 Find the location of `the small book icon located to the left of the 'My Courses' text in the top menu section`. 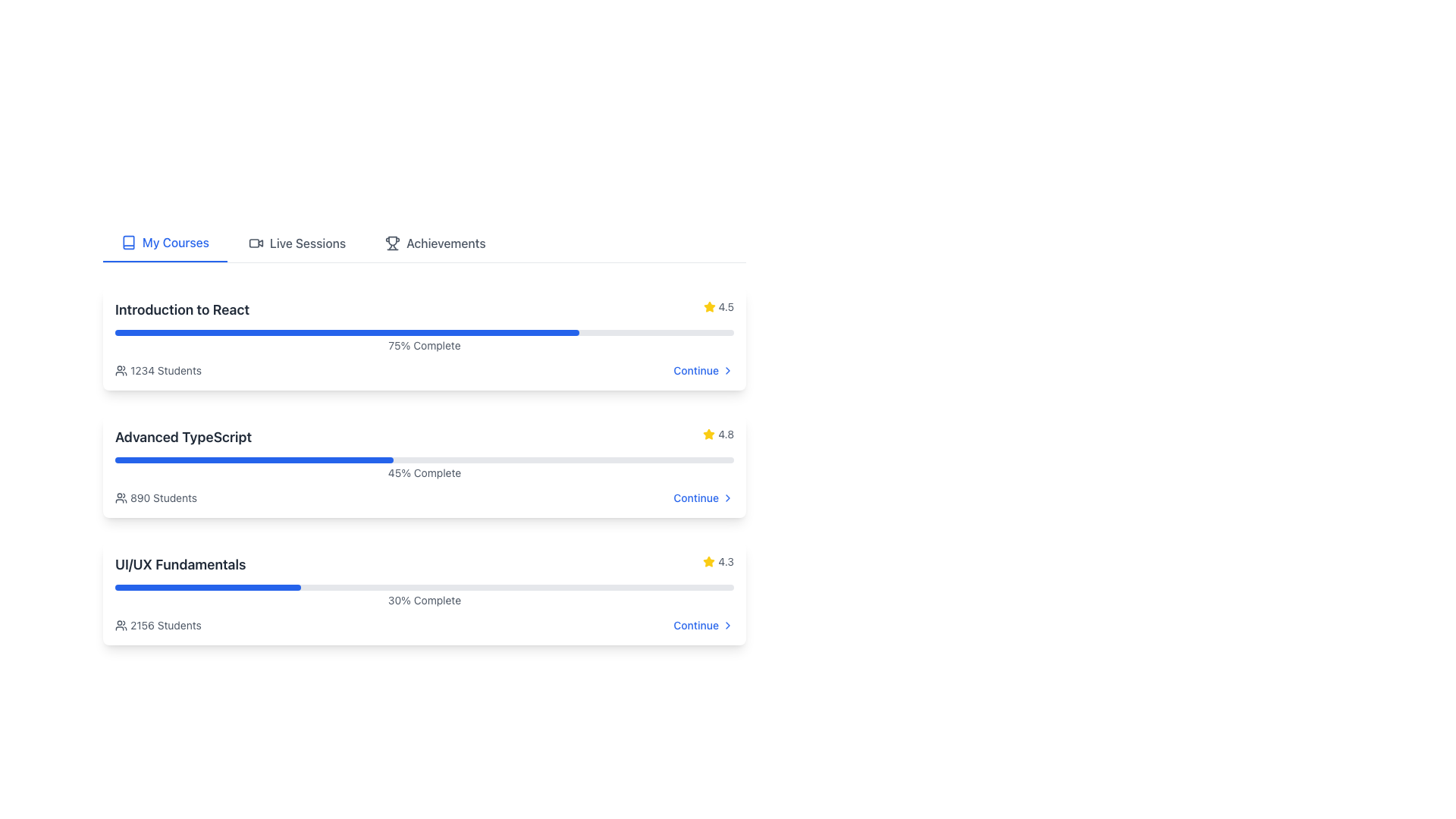

the small book icon located to the left of the 'My Courses' text in the top menu section is located at coordinates (128, 242).